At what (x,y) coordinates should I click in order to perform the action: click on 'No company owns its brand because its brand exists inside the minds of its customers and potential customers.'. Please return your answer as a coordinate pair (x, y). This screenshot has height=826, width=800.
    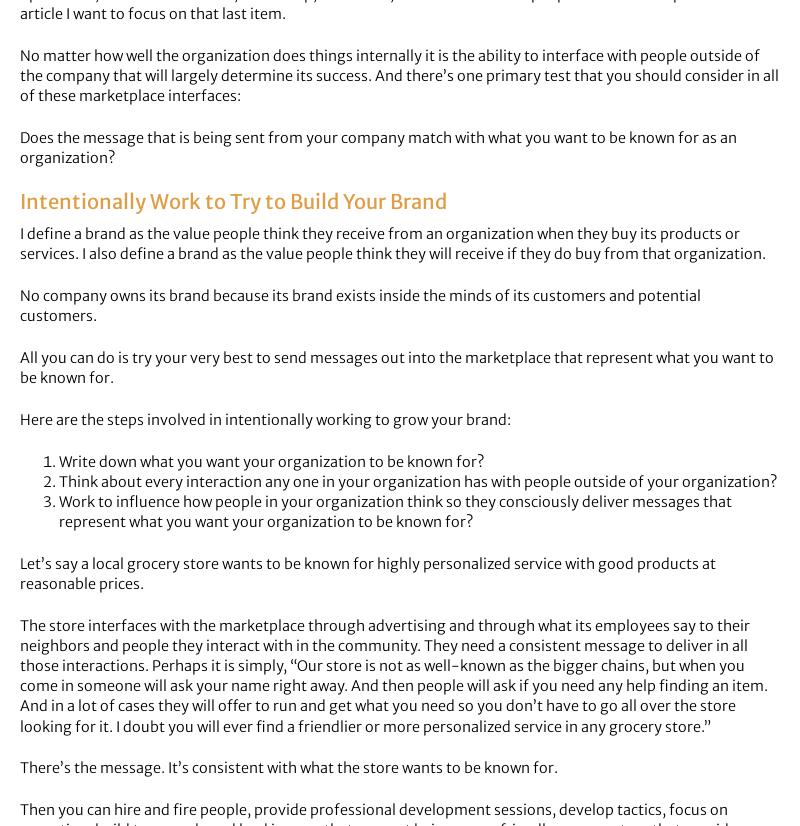
    Looking at the image, I should click on (360, 306).